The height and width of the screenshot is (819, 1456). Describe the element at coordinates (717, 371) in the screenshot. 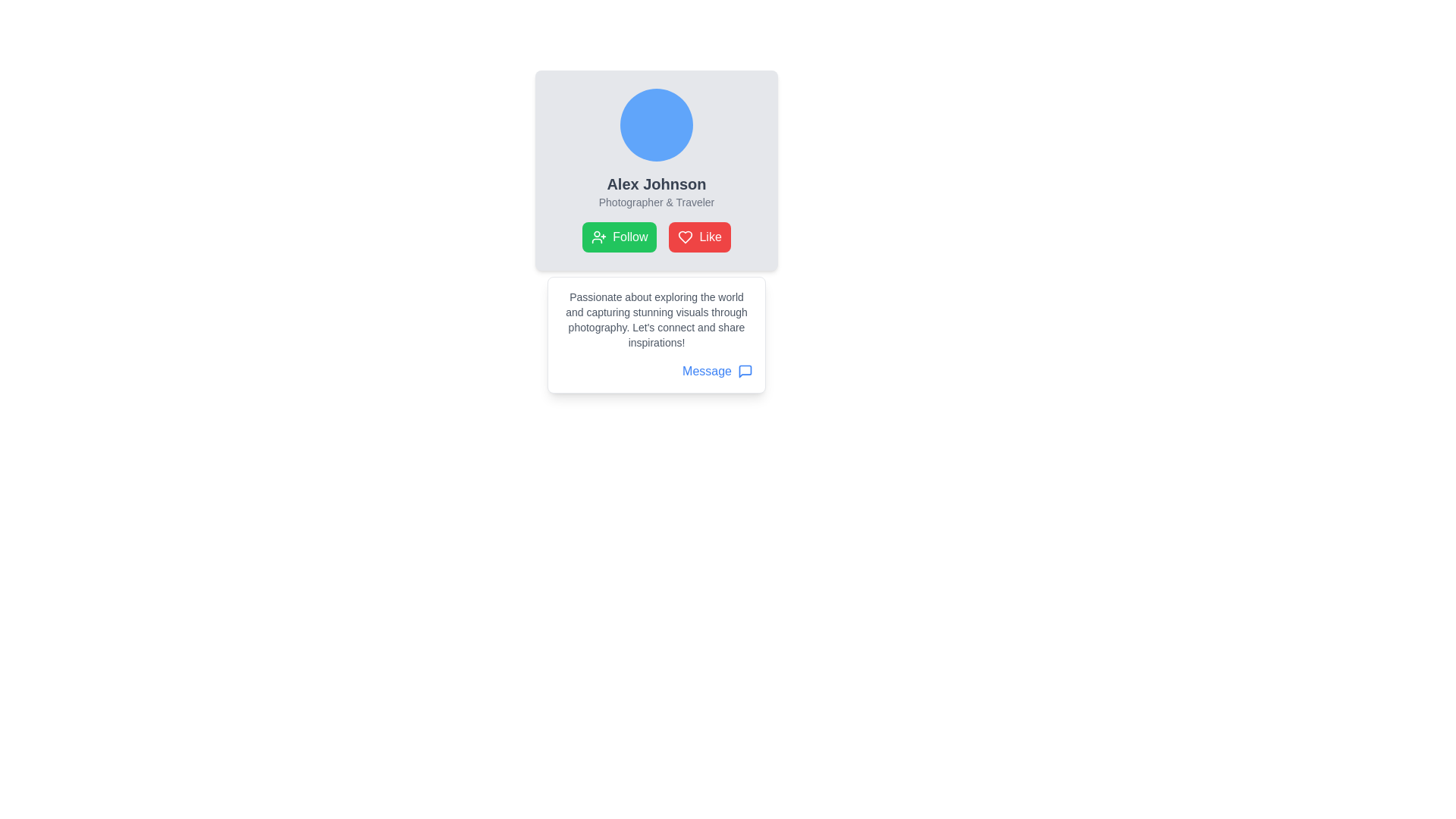

I see `the interactive button located at the bottom-right of the card-like structure` at that location.